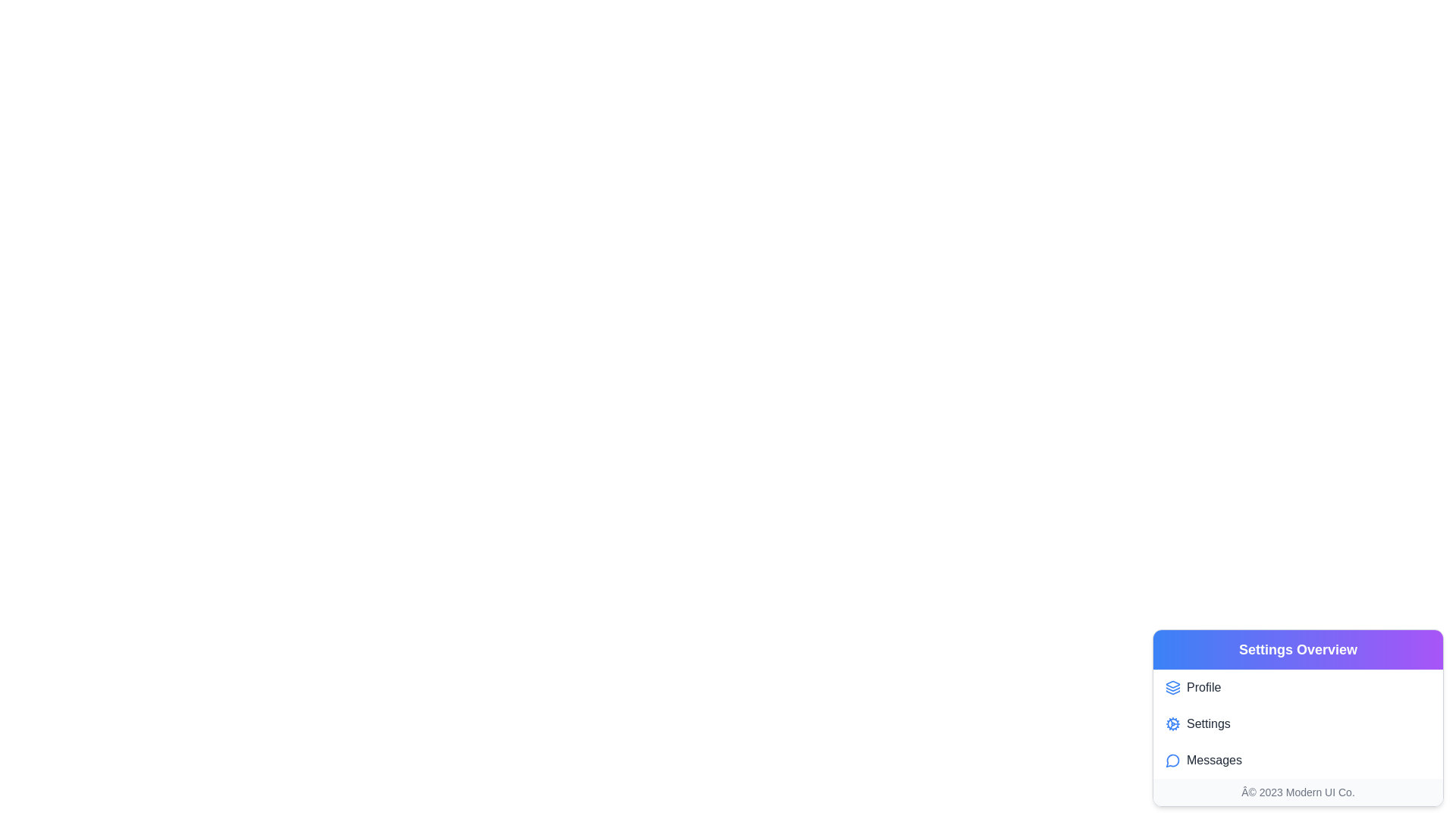 Image resolution: width=1456 pixels, height=819 pixels. I want to click on the topmost polygonal shape of the Graphical Icon Component located in the bottom-right corner of the 'Settings Overview' sidebar, so click(1172, 684).